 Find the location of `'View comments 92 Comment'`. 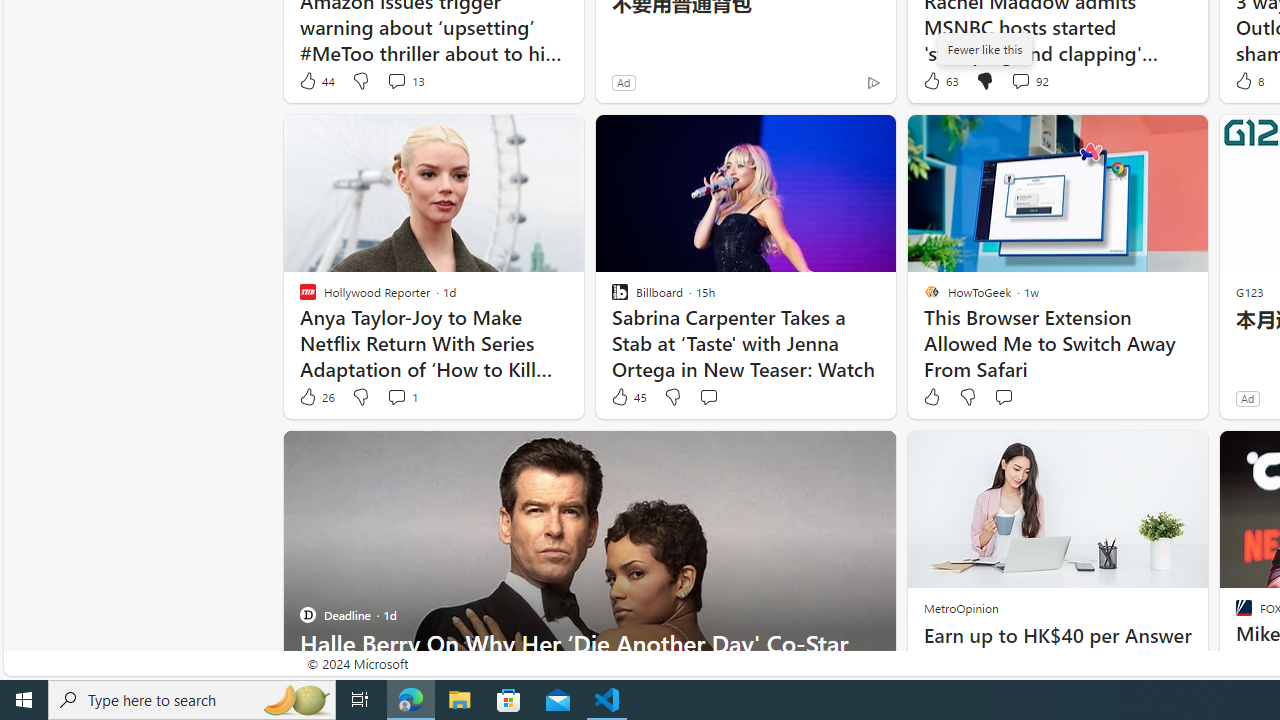

'View comments 92 Comment' is located at coordinates (1029, 80).